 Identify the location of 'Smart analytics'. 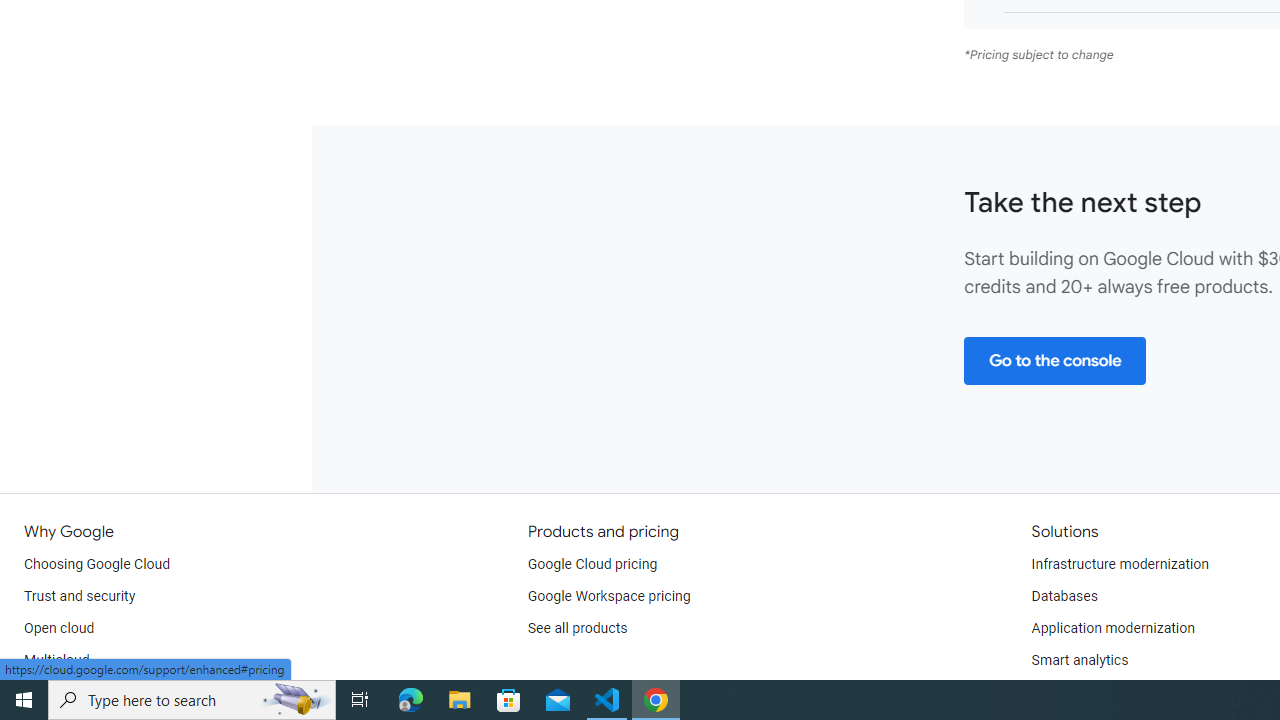
(1078, 660).